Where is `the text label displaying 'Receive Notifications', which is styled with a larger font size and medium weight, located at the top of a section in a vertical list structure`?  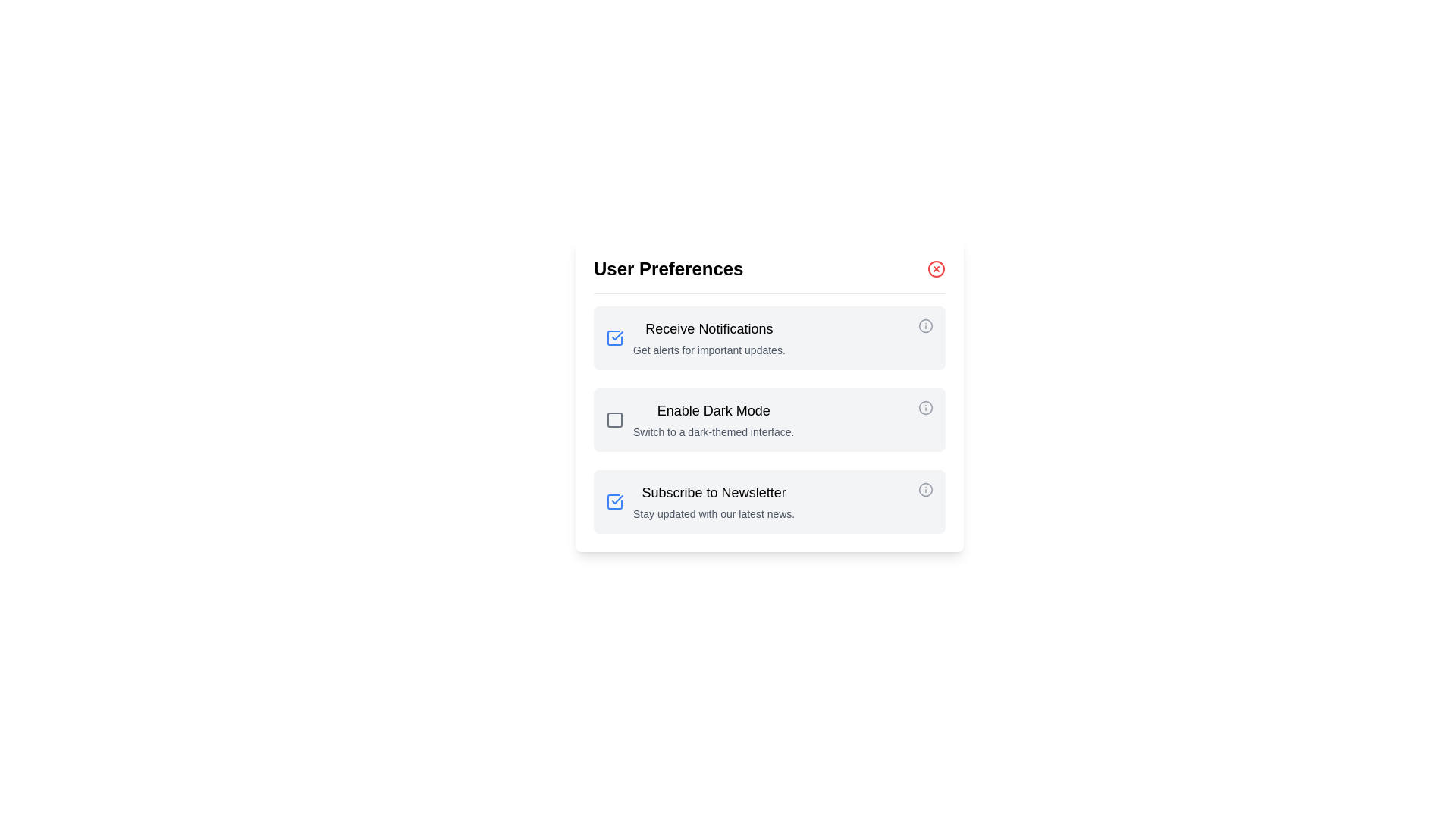 the text label displaying 'Receive Notifications', which is styled with a larger font size and medium weight, located at the top of a section in a vertical list structure is located at coordinates (708, 328).